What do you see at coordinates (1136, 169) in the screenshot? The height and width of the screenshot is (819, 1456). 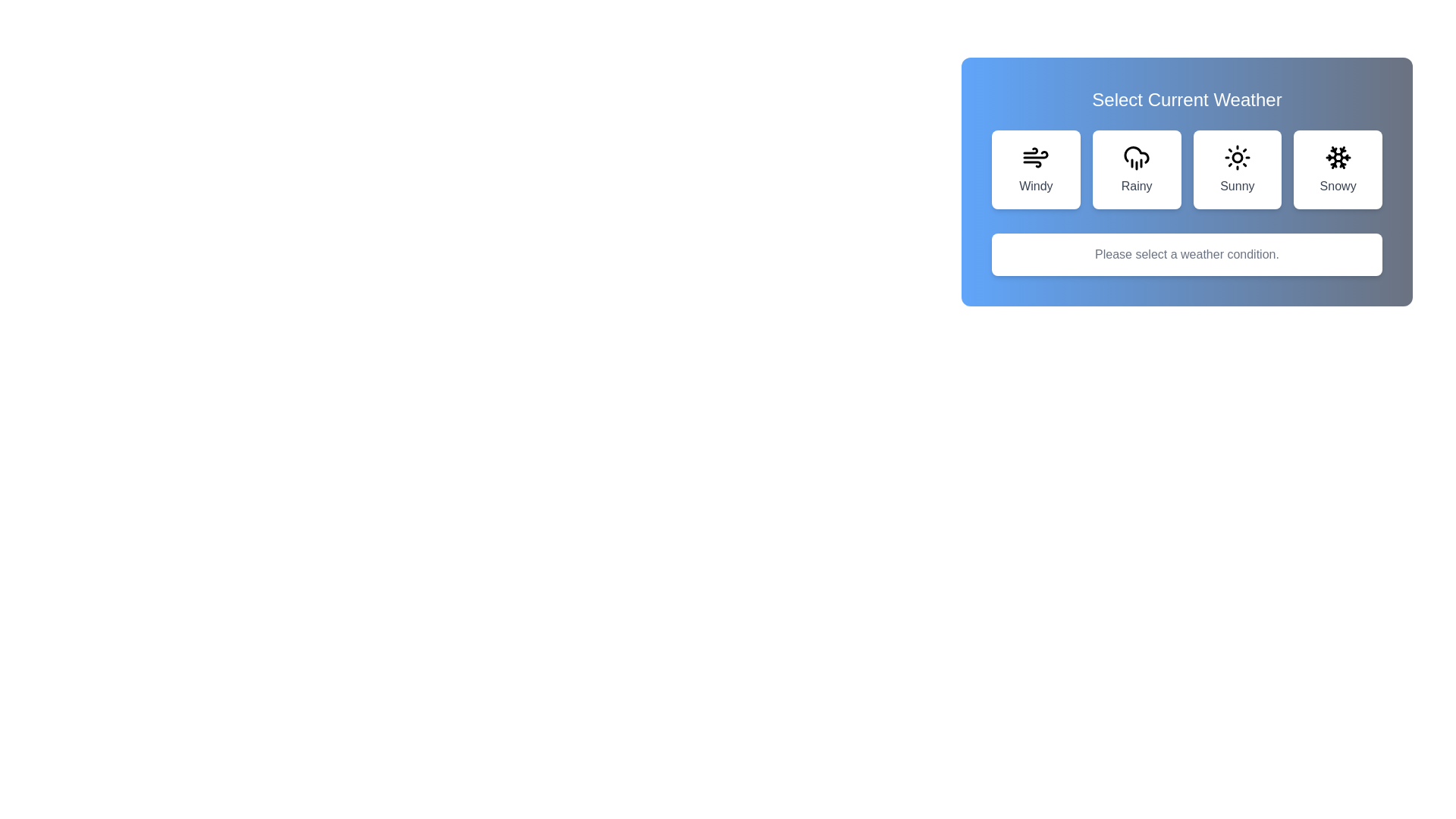 I see `the weather option Rainy` at bounding box center [1136, 169].